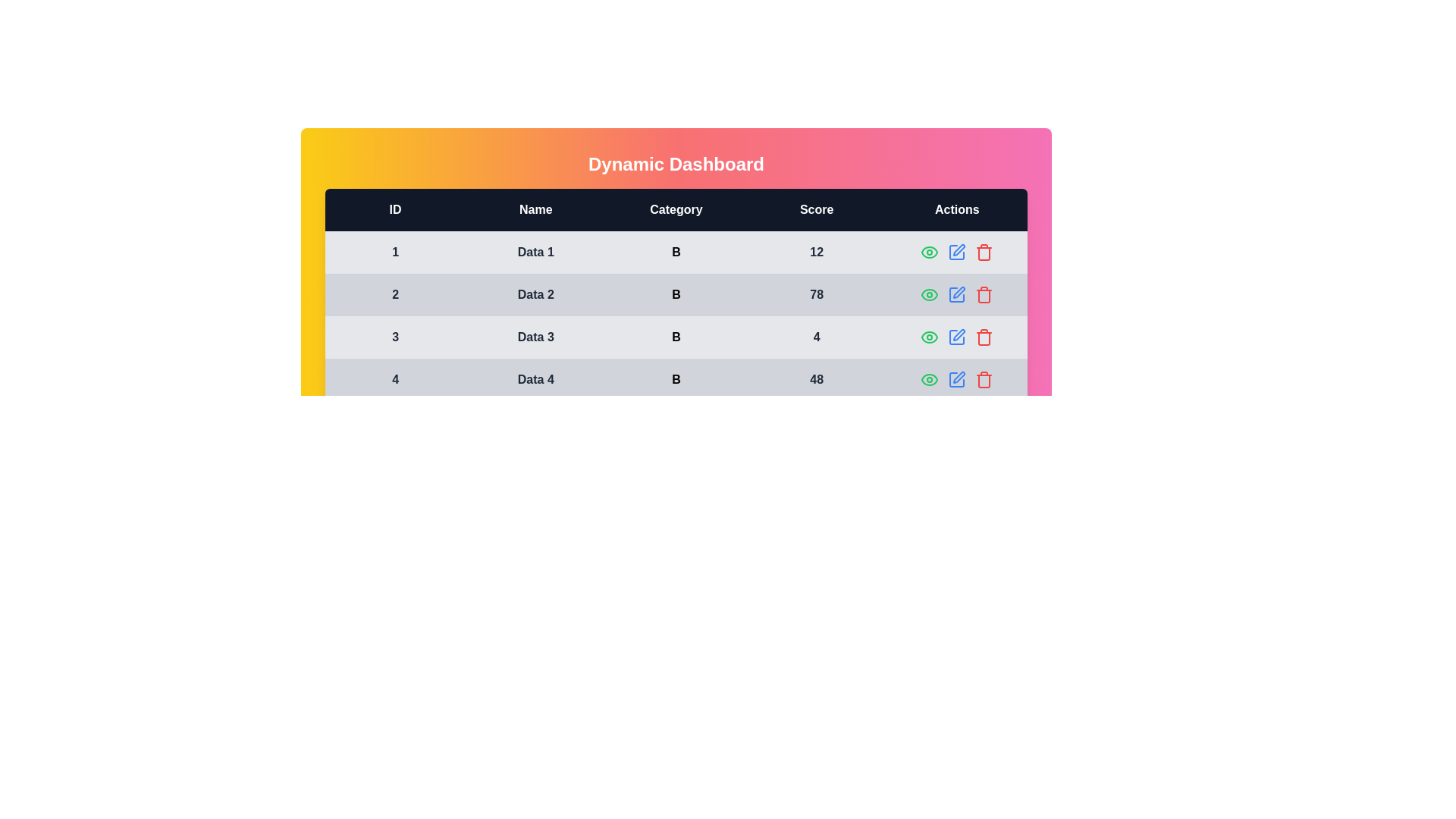 The width and height of the screenshot is (1456, 819). Describe the element at coordinates (984, 295) in the screenshot. I see `the row corresponding to 2` at that location.